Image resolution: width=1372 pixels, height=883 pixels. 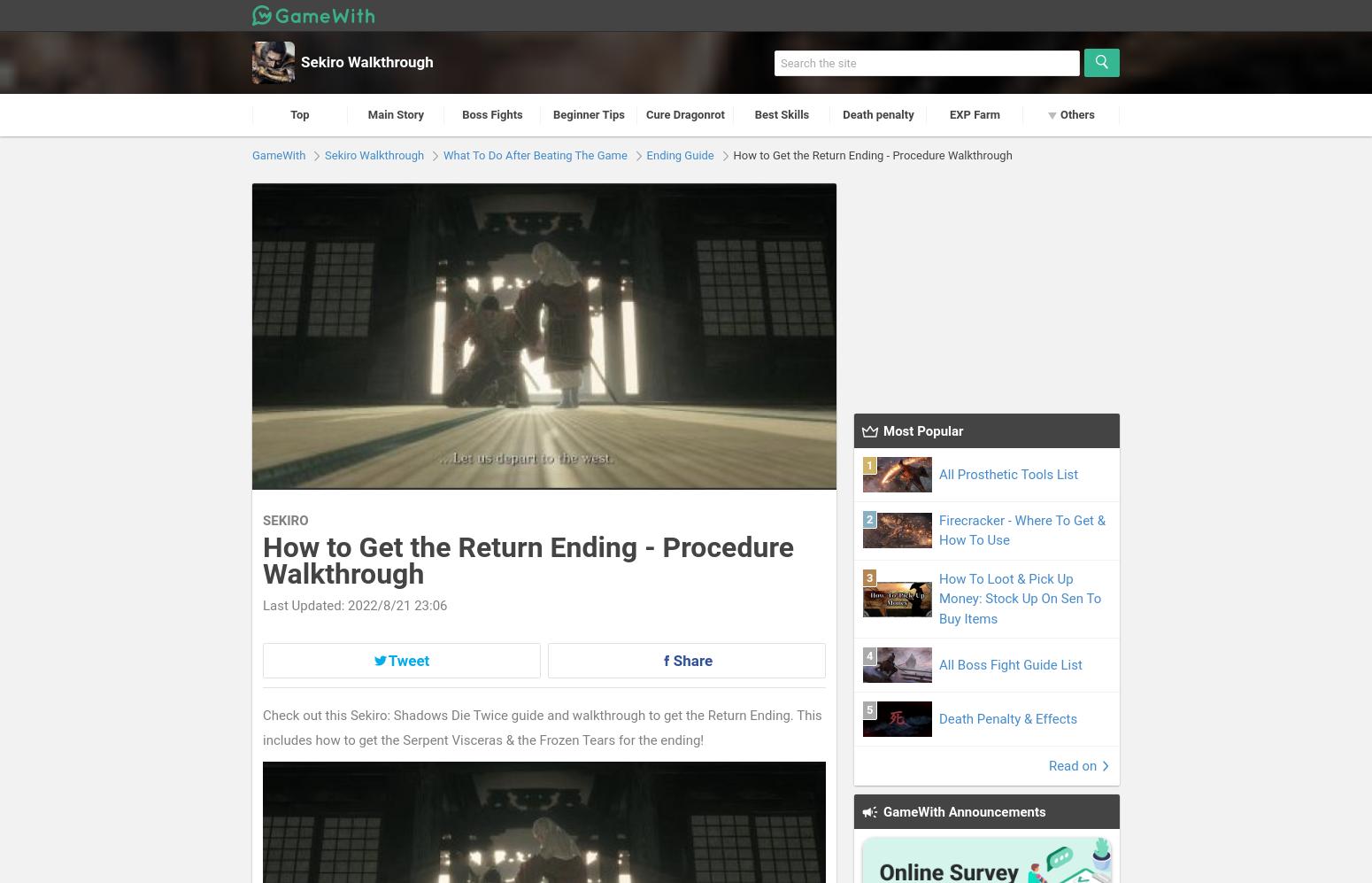 I want to click on 'Cure Dragonrot', so click(x=646, y=114).